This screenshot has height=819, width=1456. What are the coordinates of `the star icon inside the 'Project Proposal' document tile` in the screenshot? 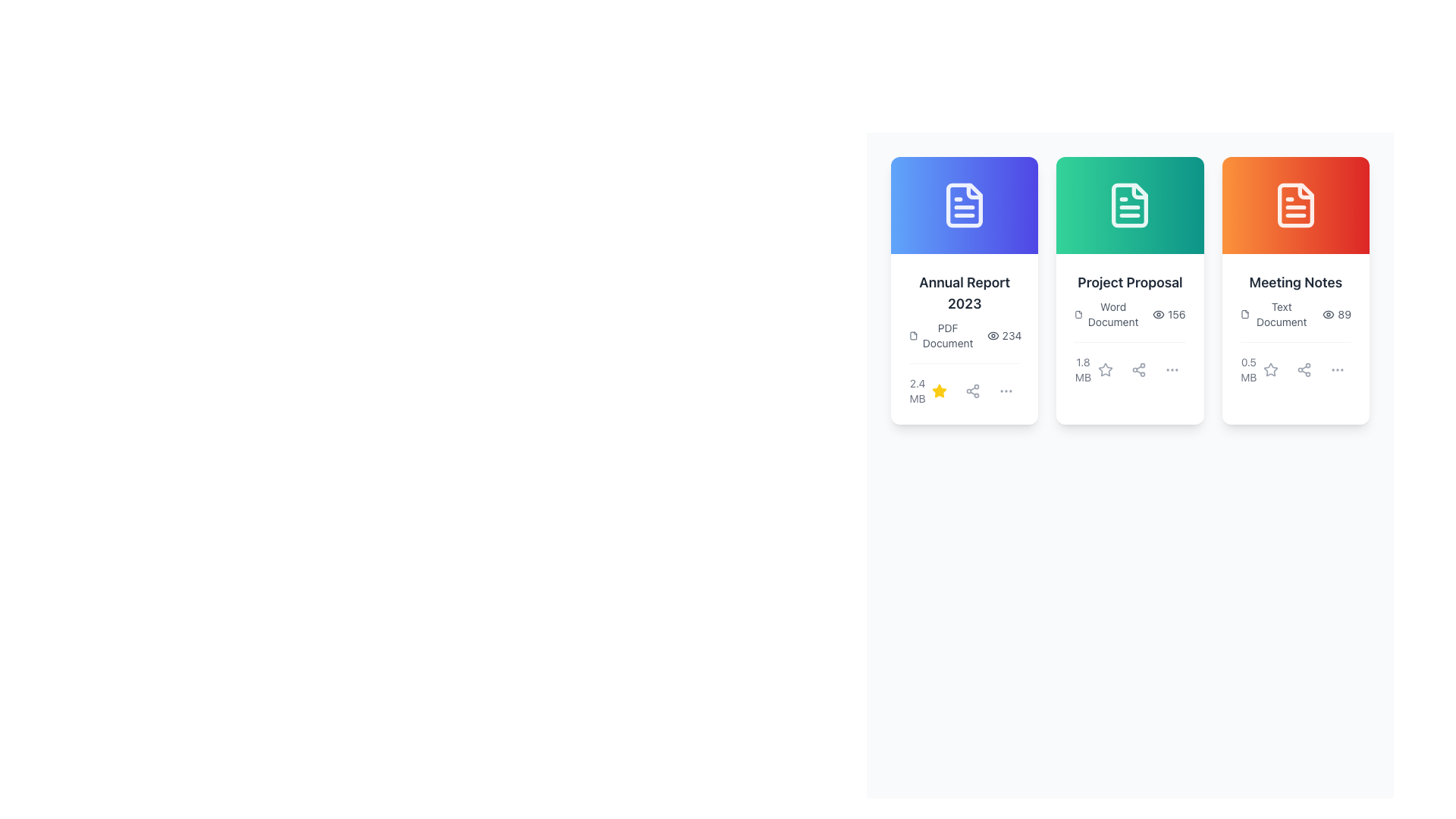 It's located at (1105, 370).